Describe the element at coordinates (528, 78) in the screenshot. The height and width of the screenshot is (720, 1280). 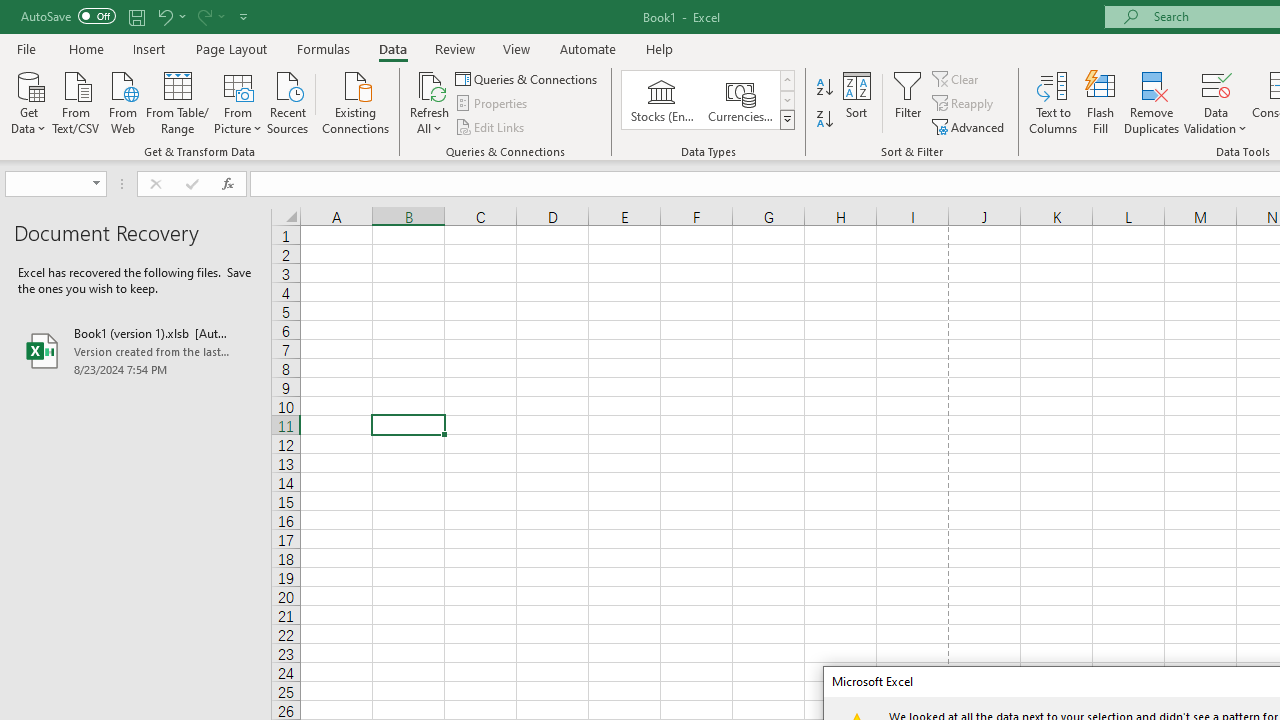
I see `'Queries & Connections'` at that location.